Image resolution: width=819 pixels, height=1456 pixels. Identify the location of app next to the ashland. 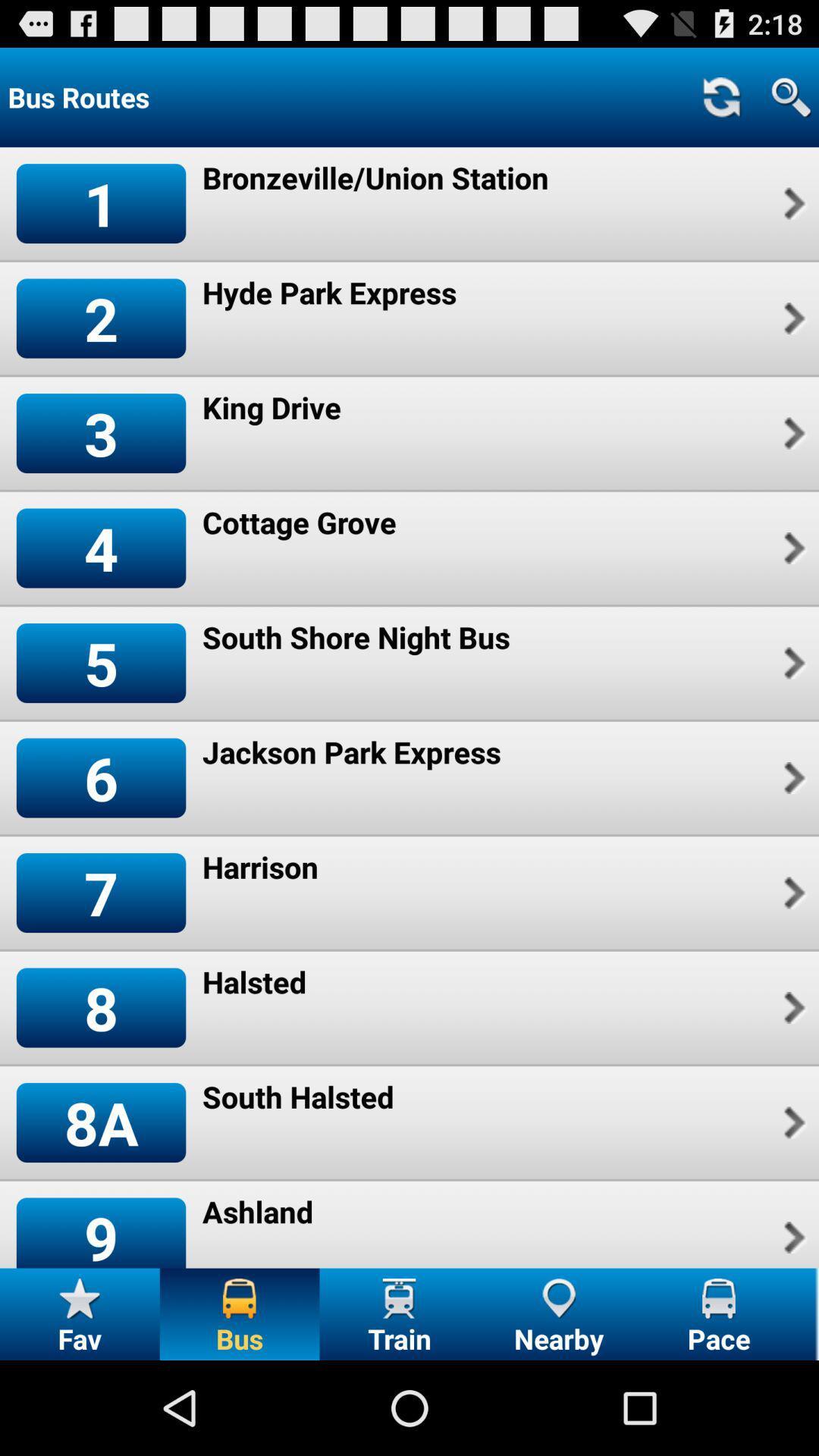
(792, 1238).